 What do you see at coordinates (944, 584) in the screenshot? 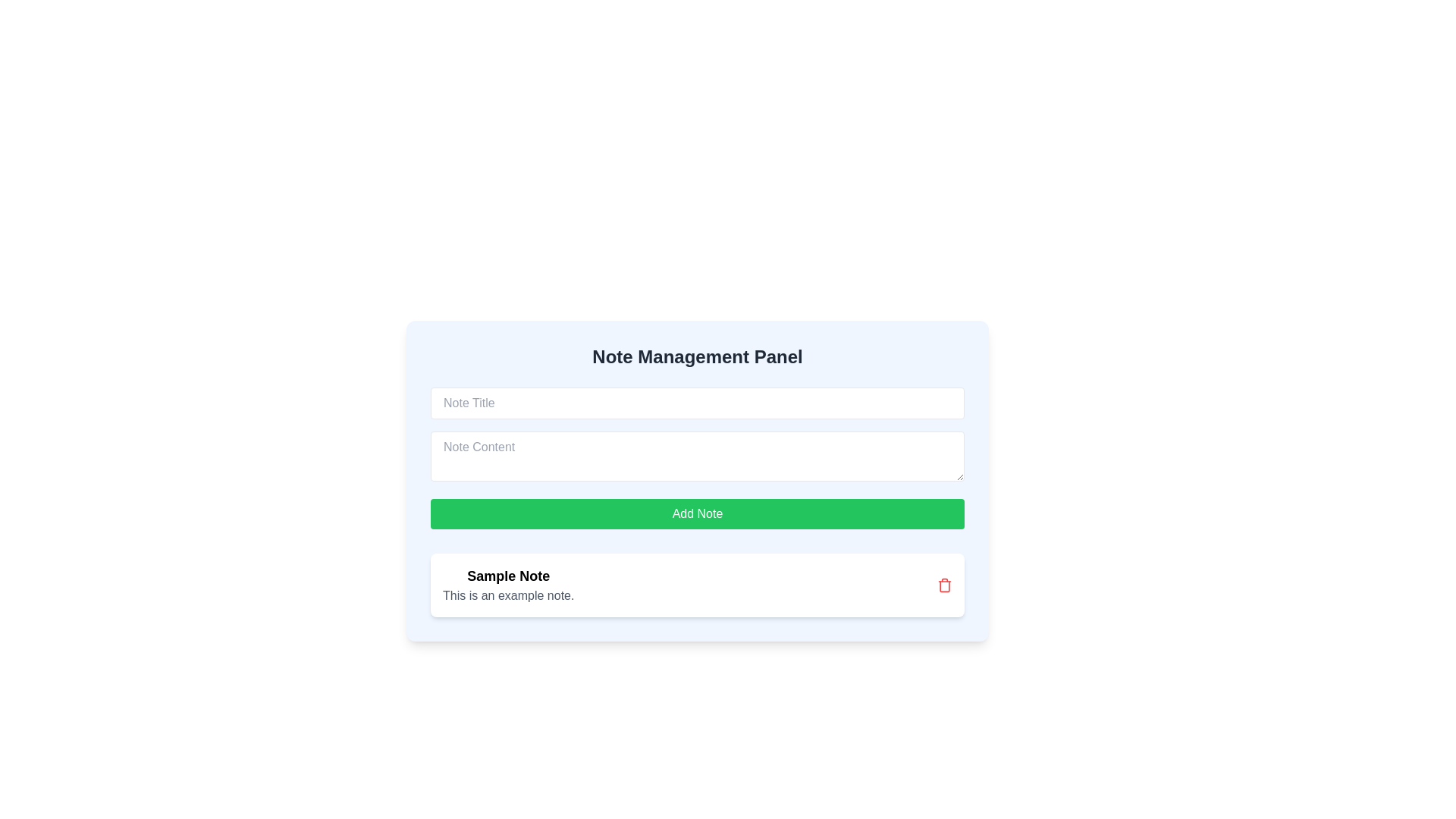
I see `the red trash can icon located at the rightmost end of the note entry labeled 'Sample Note'` at bounding box center [944, 584].